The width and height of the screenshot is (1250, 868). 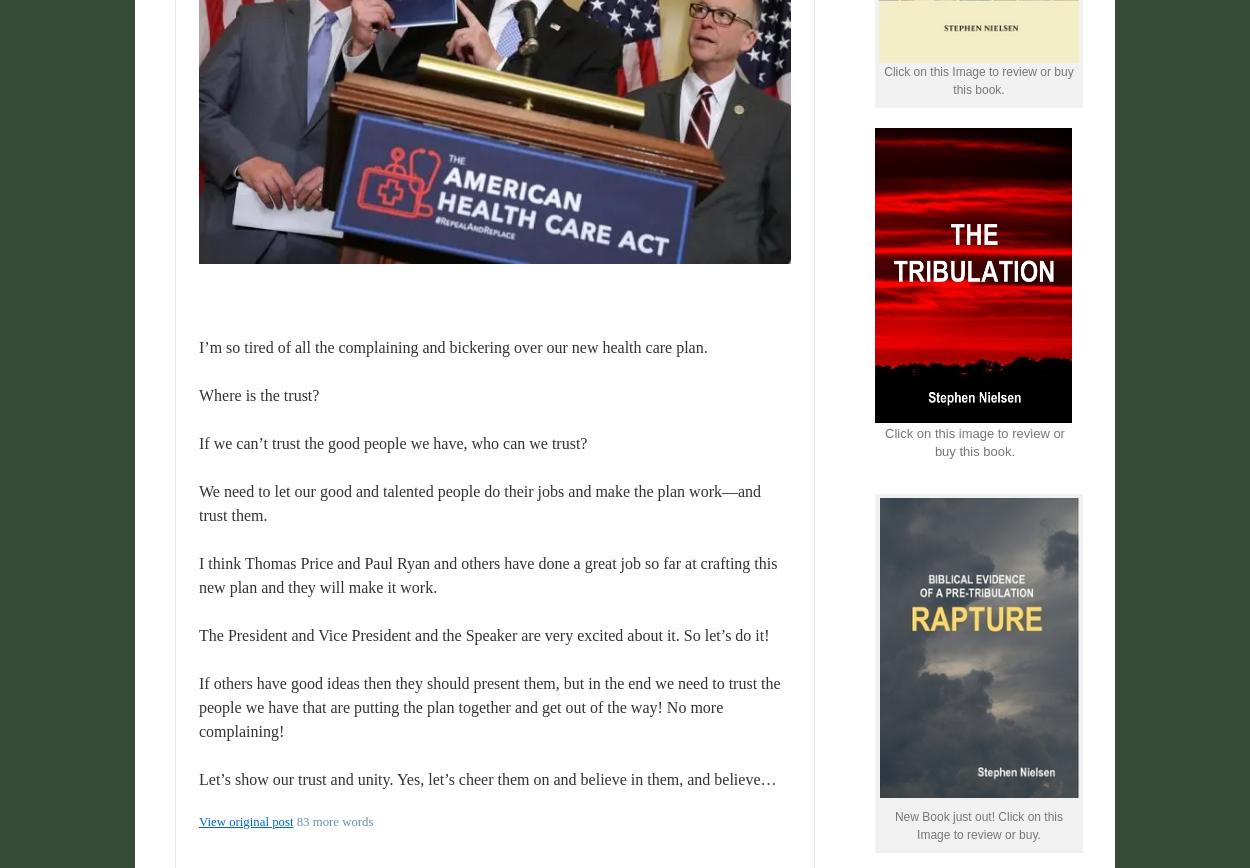 I want to click on 'Where is the trust?', so click(x=198, y=394).